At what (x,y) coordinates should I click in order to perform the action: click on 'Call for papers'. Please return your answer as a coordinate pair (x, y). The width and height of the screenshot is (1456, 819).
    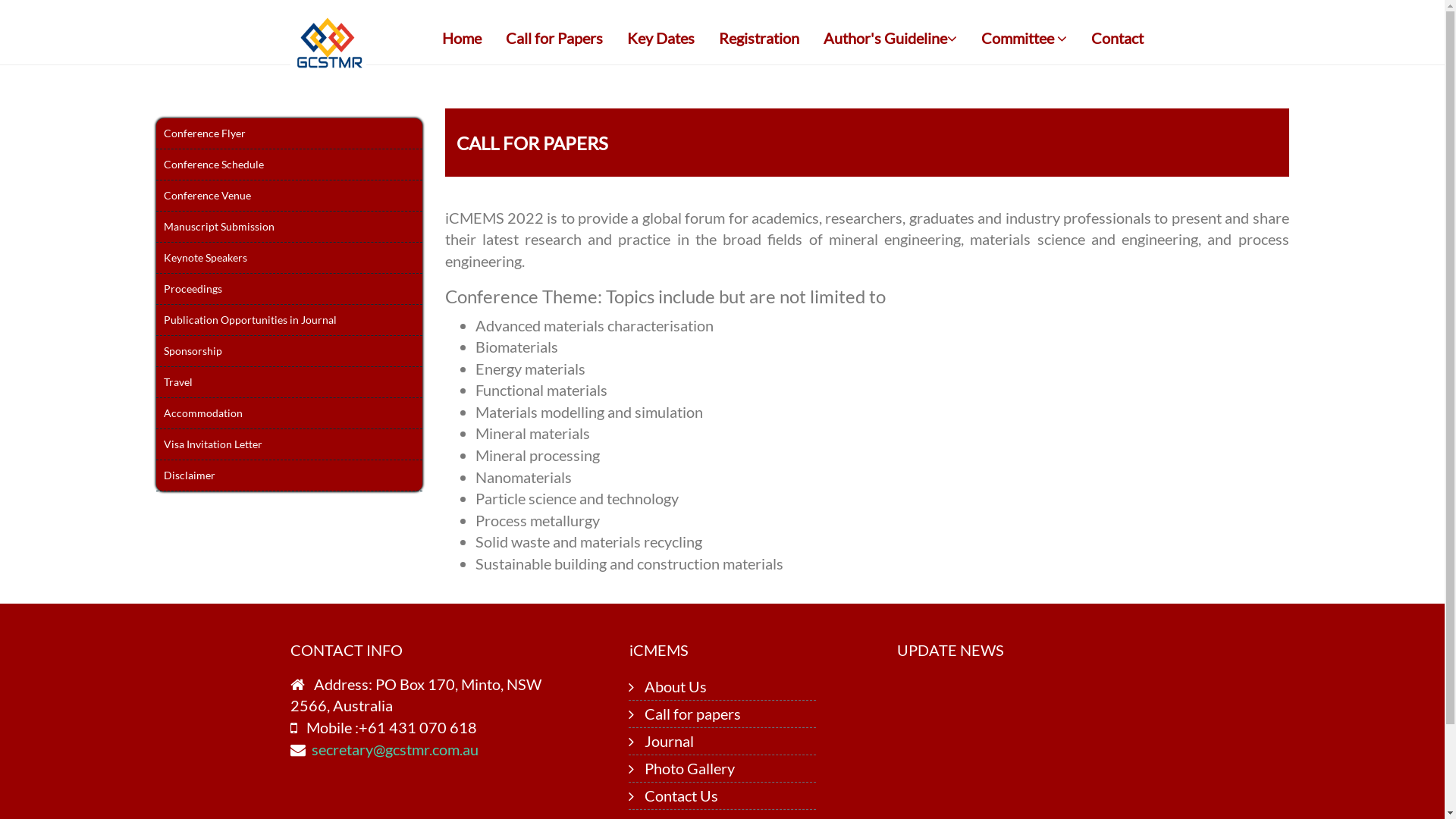
    Looking at the image, I should click on (644, 714).